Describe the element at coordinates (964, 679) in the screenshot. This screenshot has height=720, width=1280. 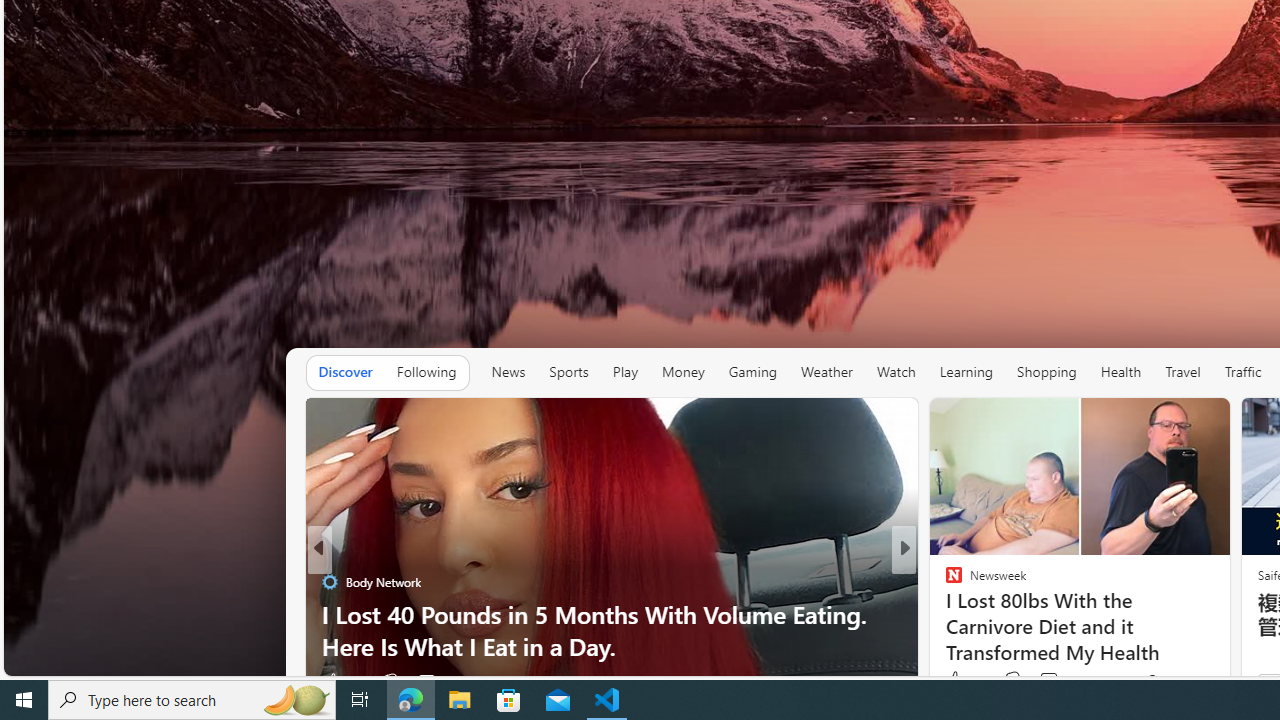
I see `'383 Like'` at that location.